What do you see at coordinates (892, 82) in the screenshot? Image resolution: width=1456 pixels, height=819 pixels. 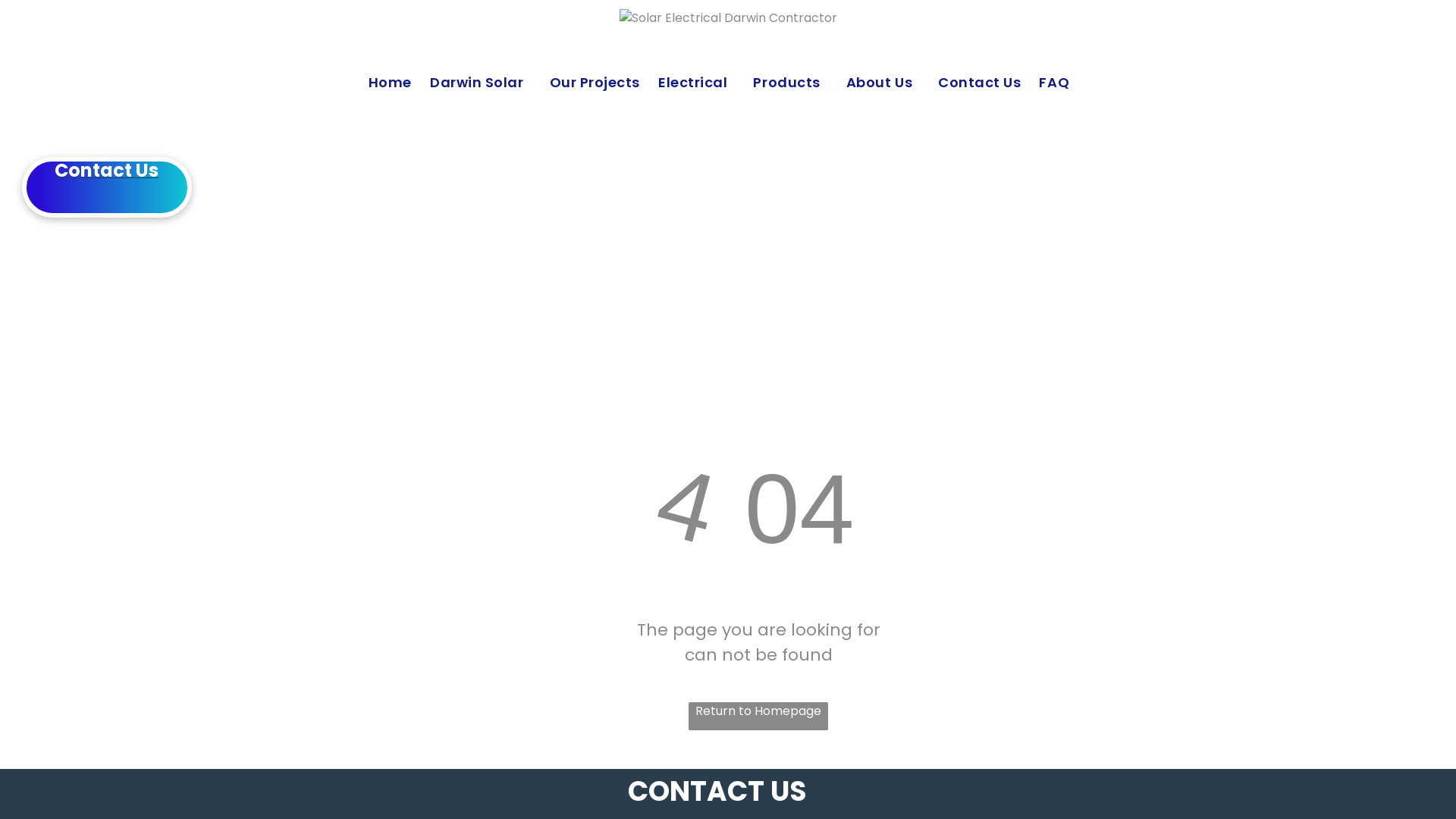 I see `'About Us'` at bounding box center [892, 82].